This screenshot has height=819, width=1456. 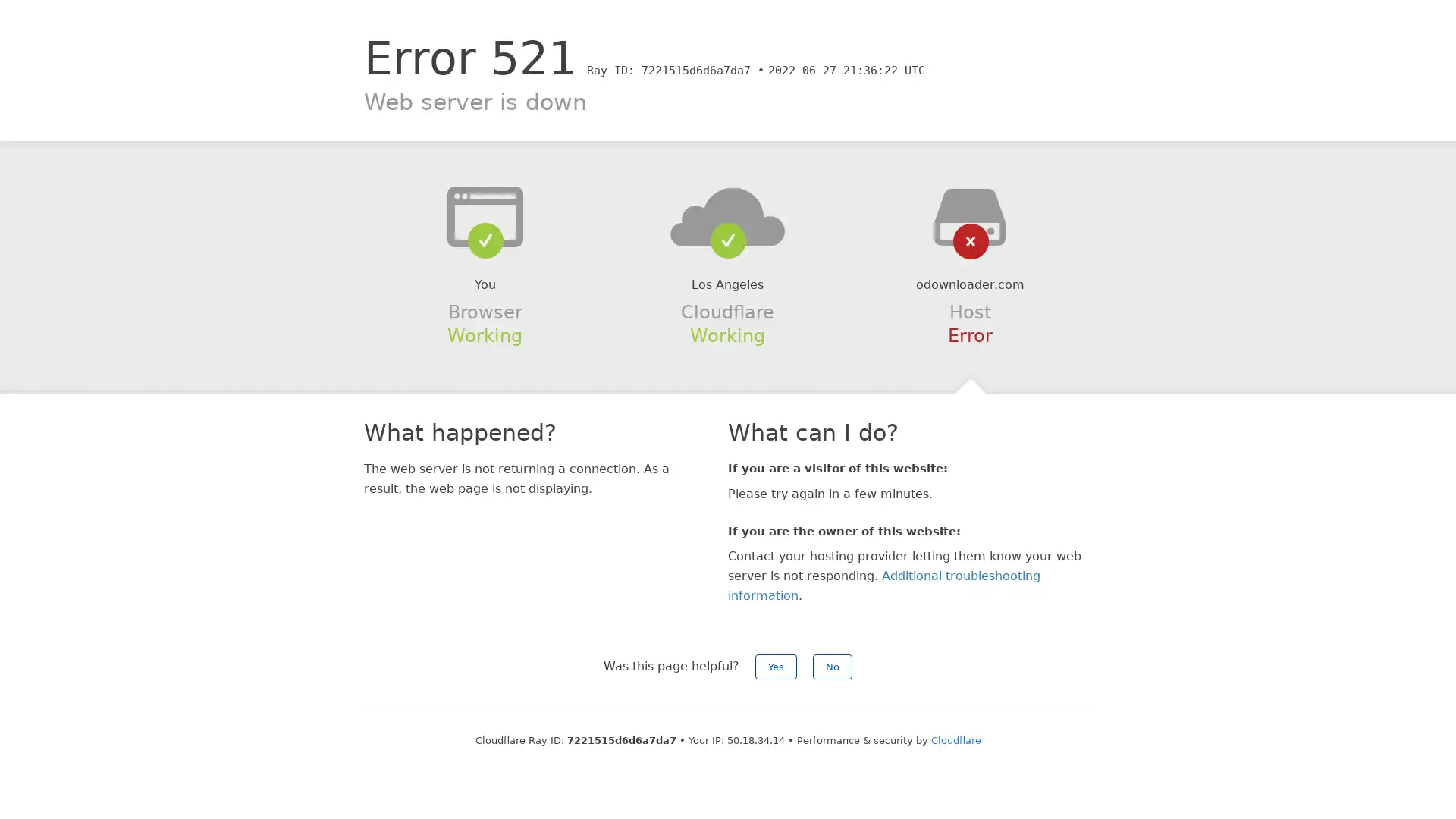 What do you see at coordinates (776, 666) in the screenshot?
I see `Yes` at bounding box center [776, 666].